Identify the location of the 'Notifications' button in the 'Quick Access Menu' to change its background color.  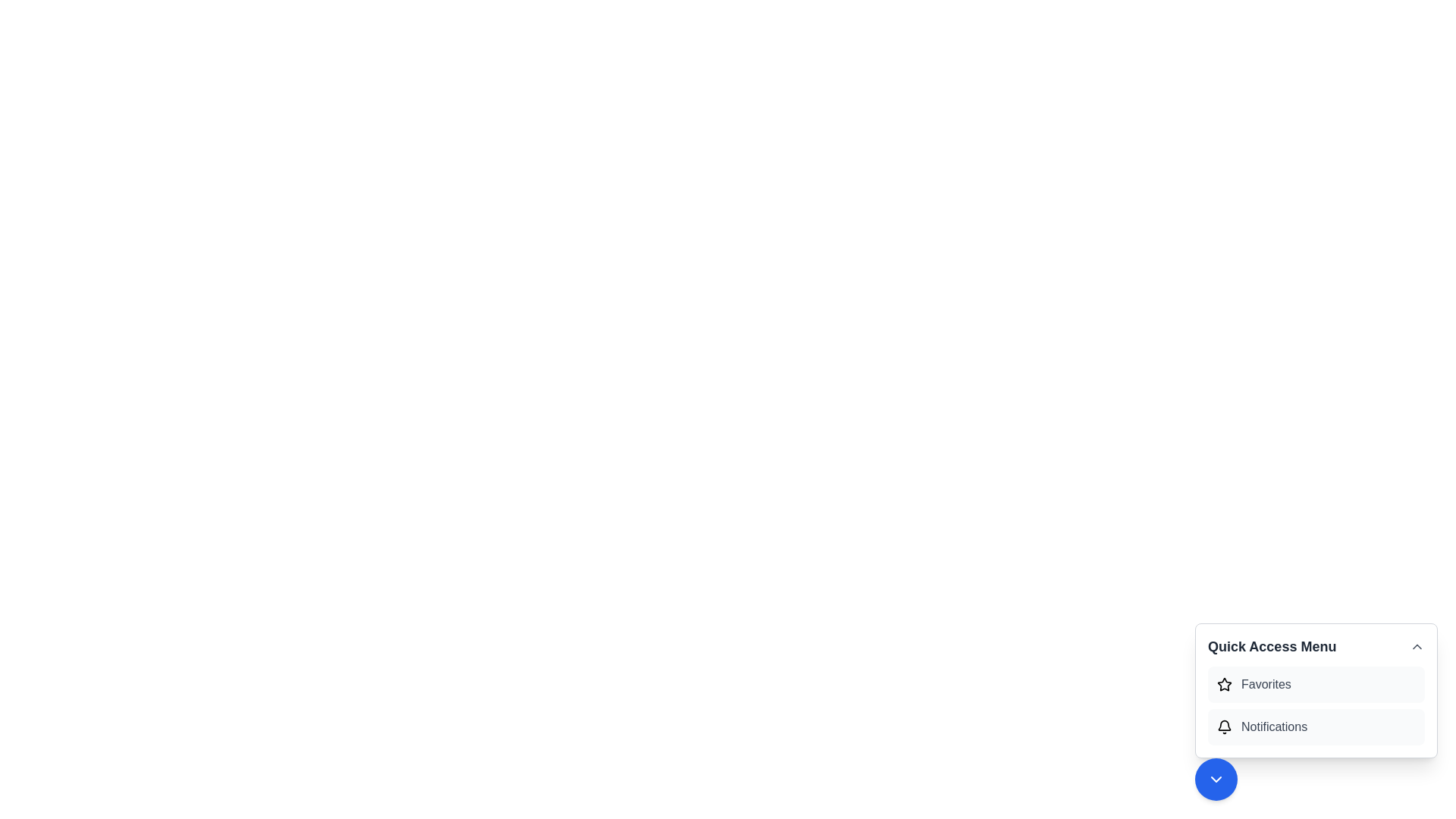
(1316, 726).